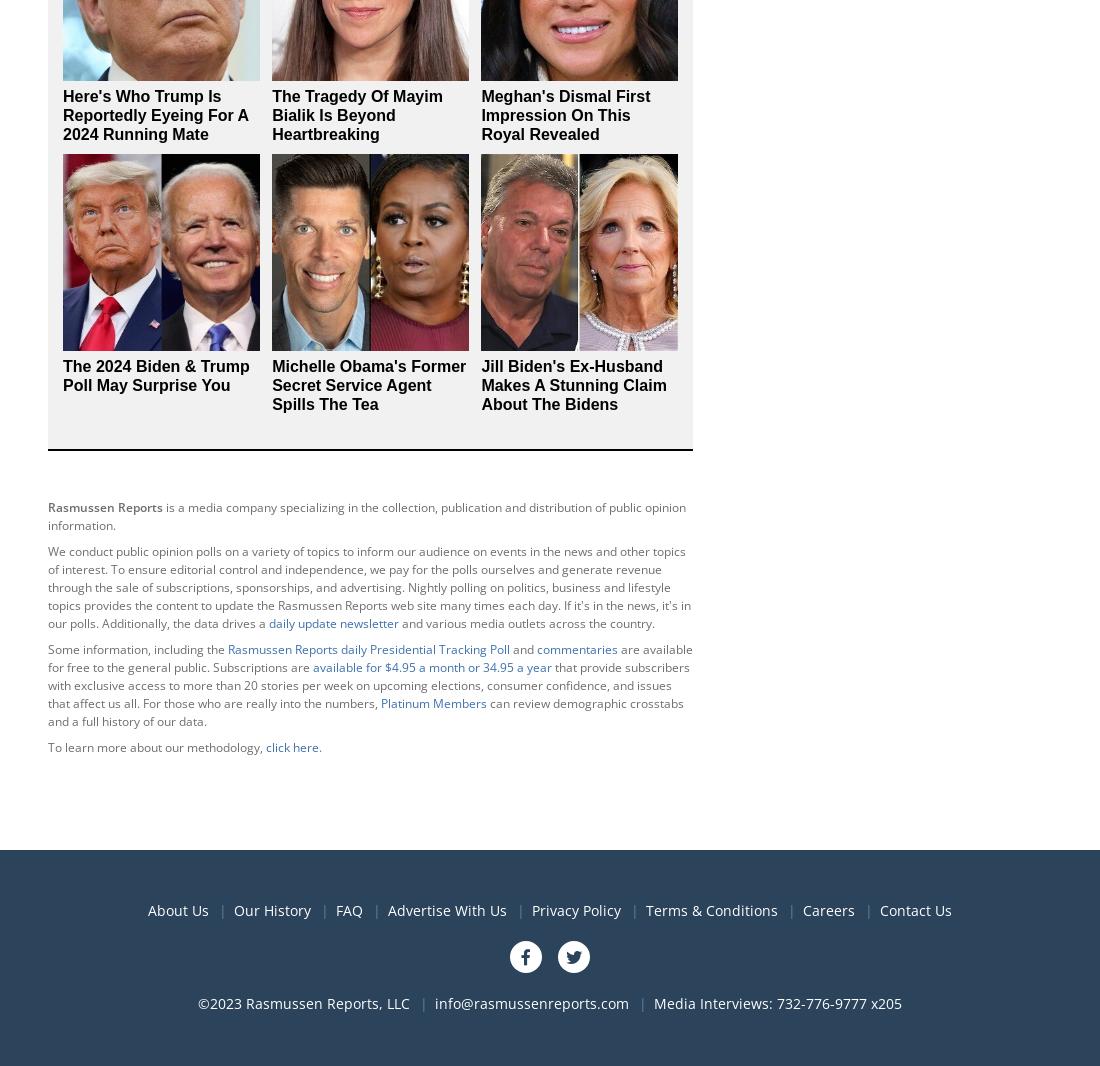  Describe the element at coordinates (778, 1002) in the screenshot. I see `'Media Interviews: 732-776-9777 x205'` at that location.